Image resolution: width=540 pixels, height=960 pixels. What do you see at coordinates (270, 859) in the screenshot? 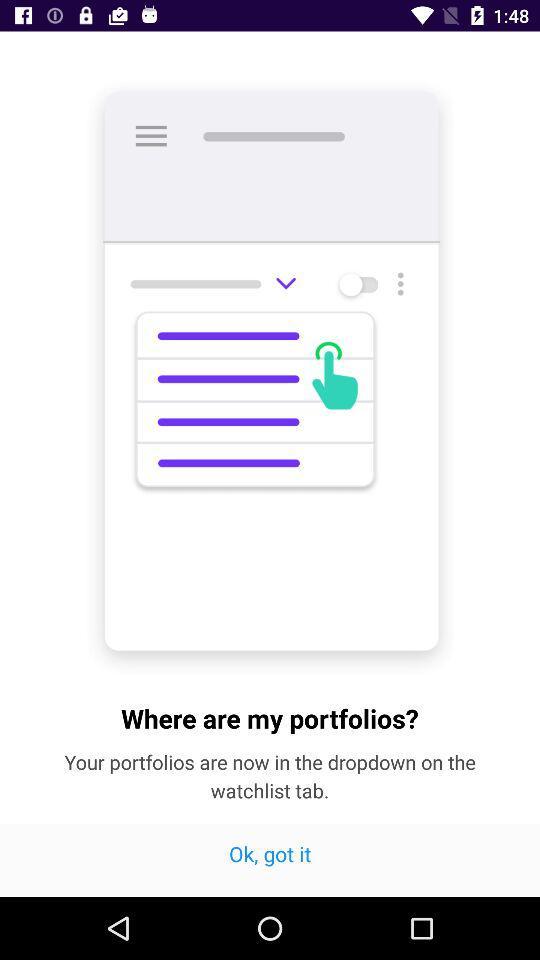
I see `icon below your portfolios are` at bounding box center [270, 859].